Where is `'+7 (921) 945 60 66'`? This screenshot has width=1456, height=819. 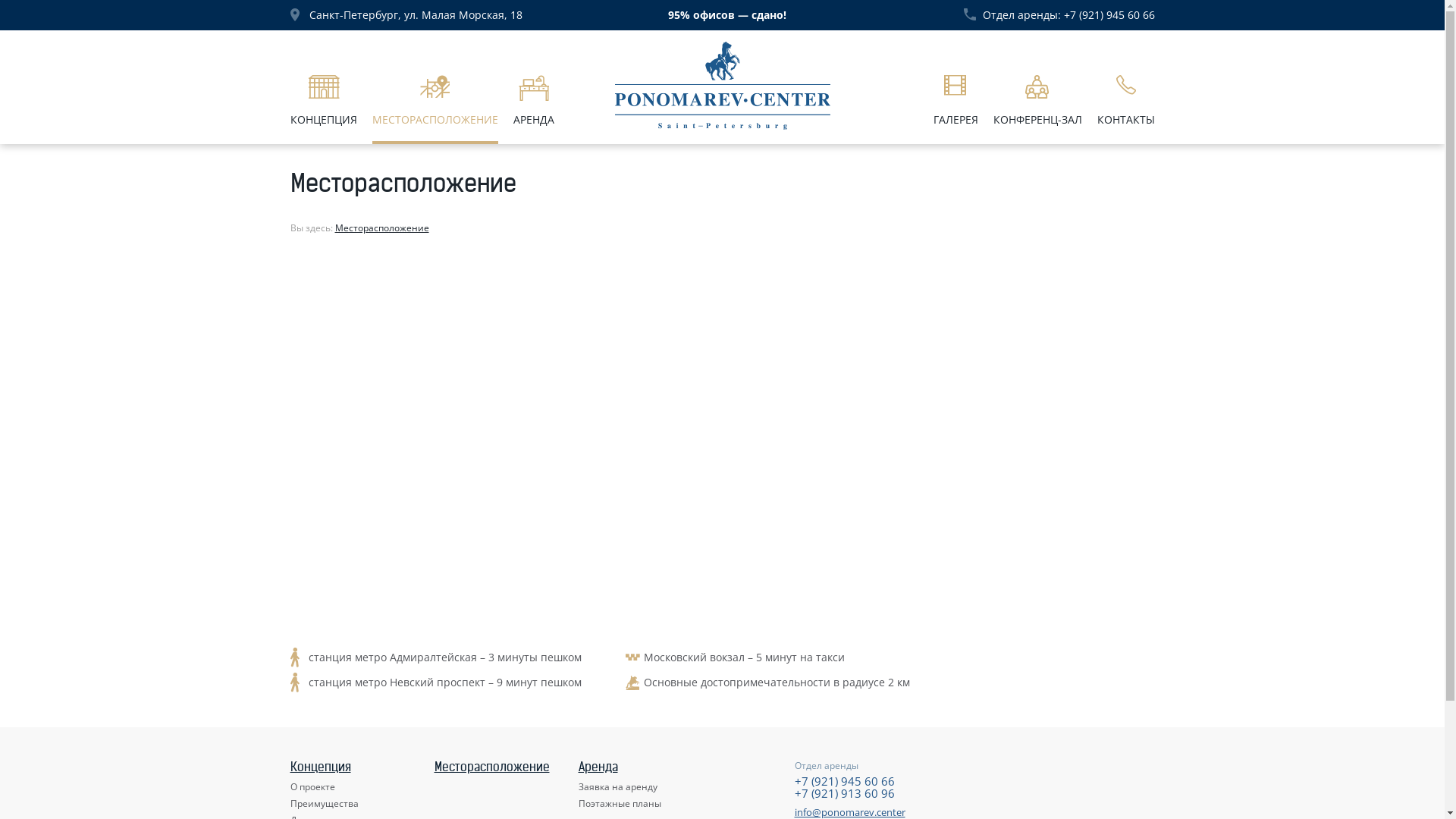
'+7 (921) 945 60 66' is located at coordinates (793, 780).